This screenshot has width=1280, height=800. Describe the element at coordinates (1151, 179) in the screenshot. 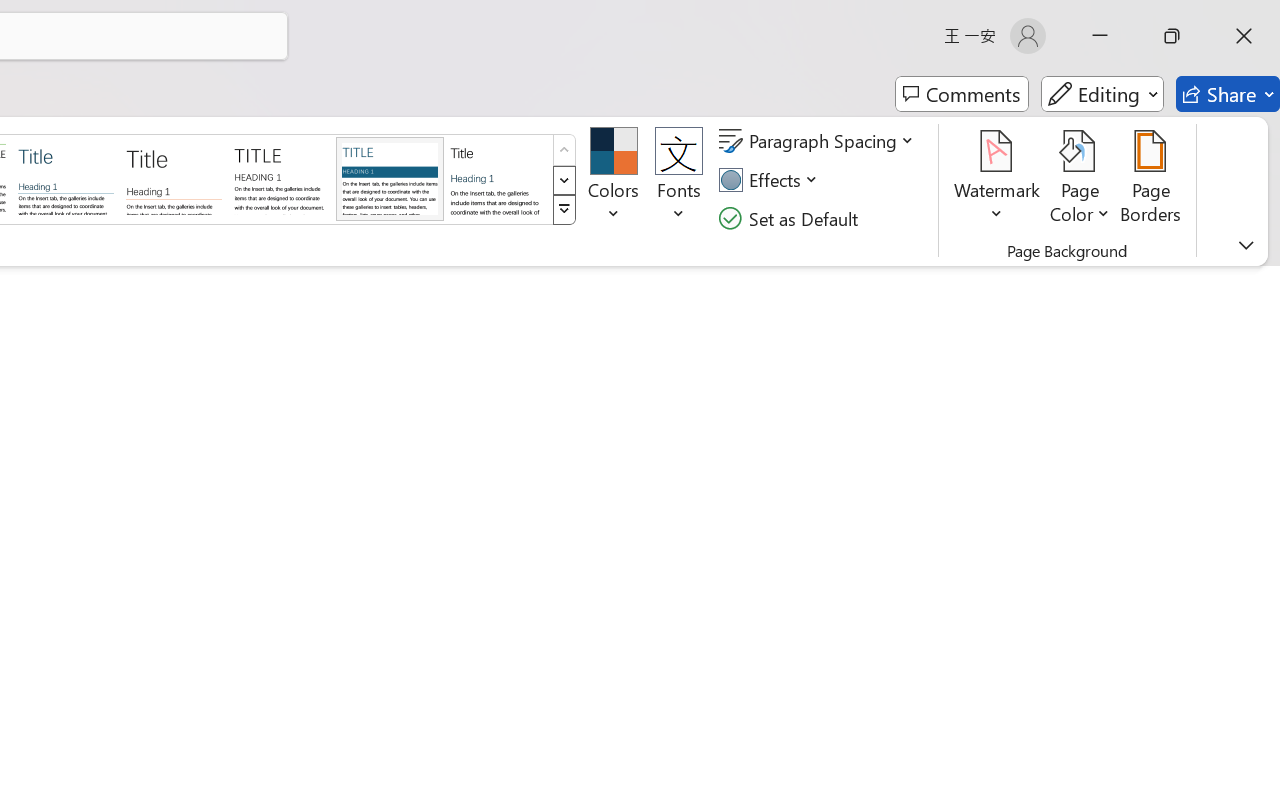

I see `'Page Borders...'` at that location.